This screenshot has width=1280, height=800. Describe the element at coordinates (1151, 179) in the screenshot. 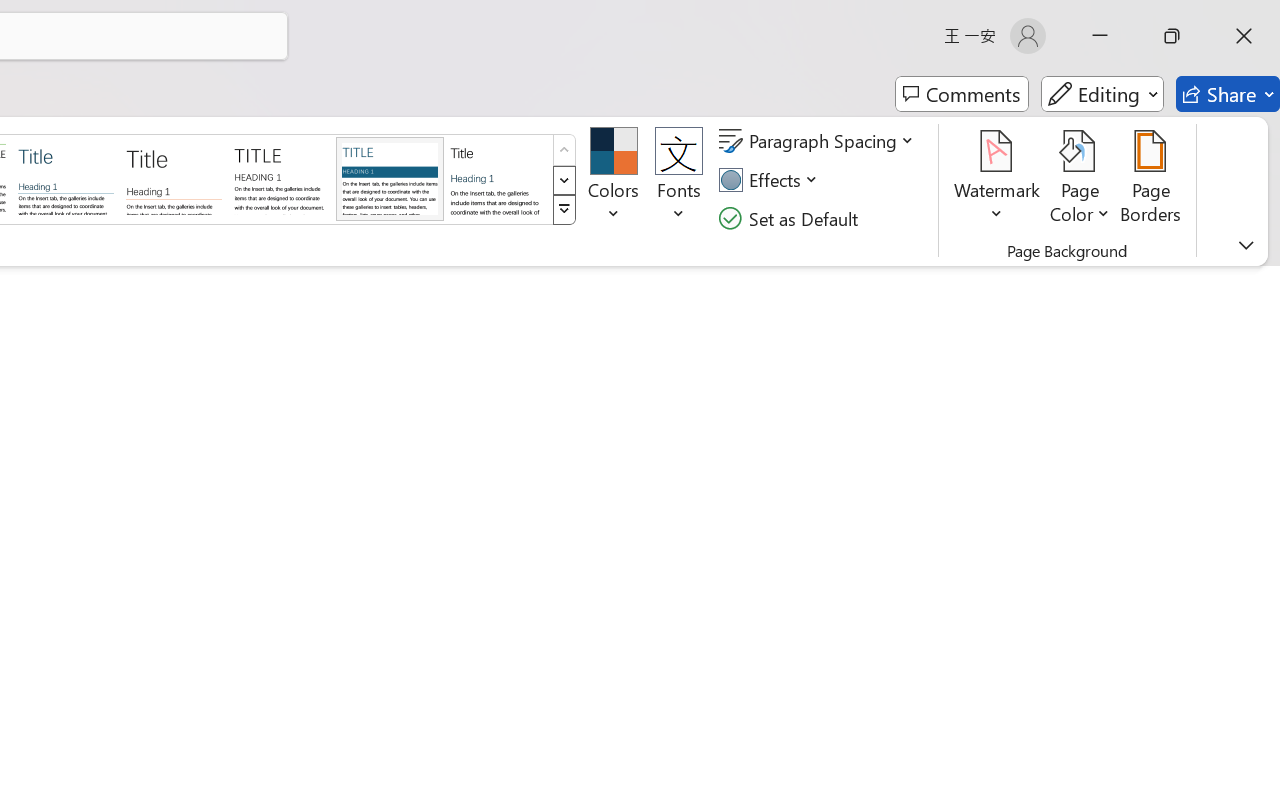

I see `'Page Borders...'` at that location.